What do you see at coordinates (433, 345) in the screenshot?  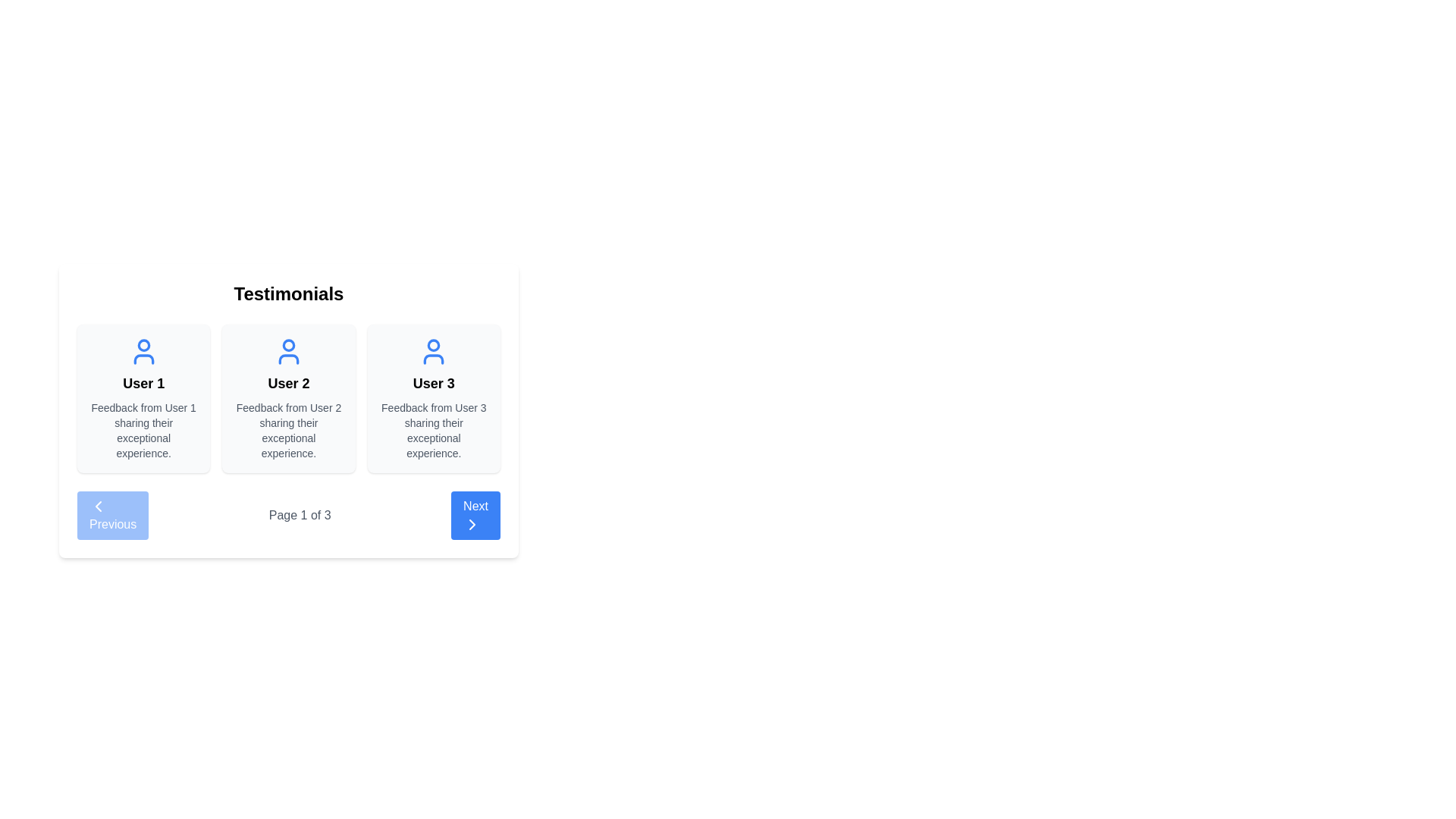 I see `the blue circular head of the user icon in the 'User 3' testimonial card, which is centrally aligned at the top of the user figure` at bounding box center [433, 345].